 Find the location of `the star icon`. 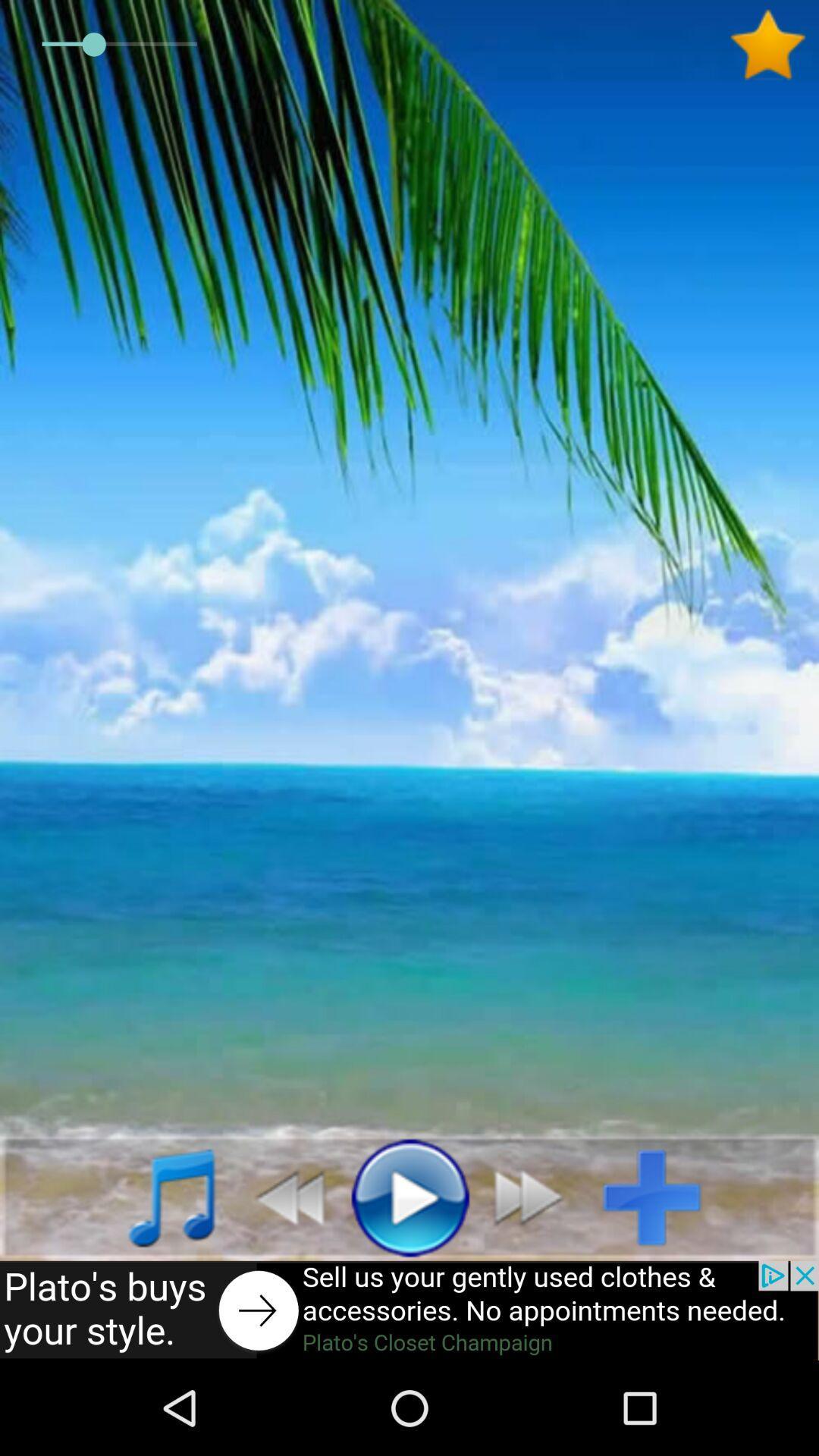

the star icon is located at coordinates (773, 45).